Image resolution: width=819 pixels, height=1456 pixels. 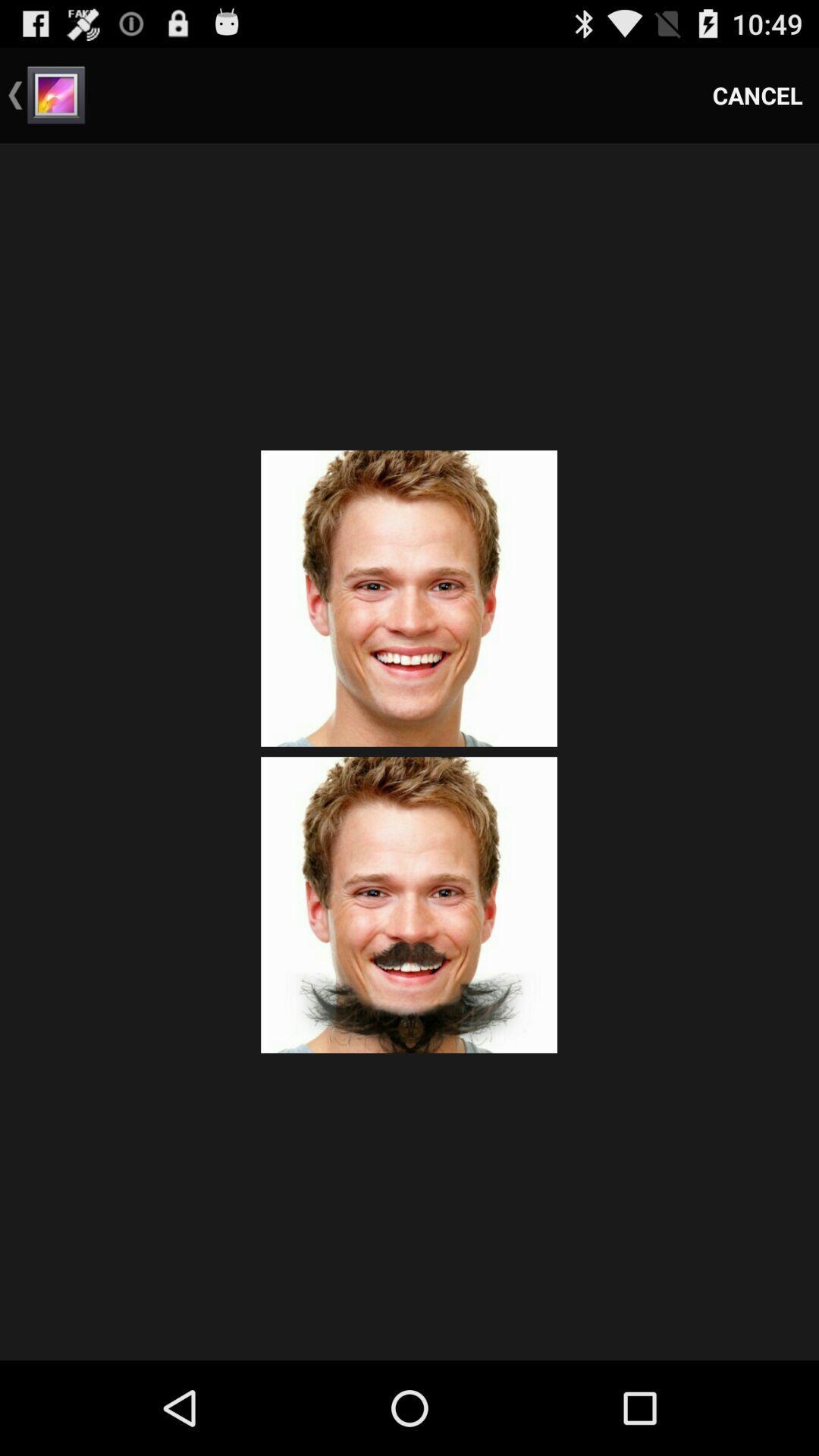 I want to click on the cancel at the top right corner, so click(x=758, y=94).